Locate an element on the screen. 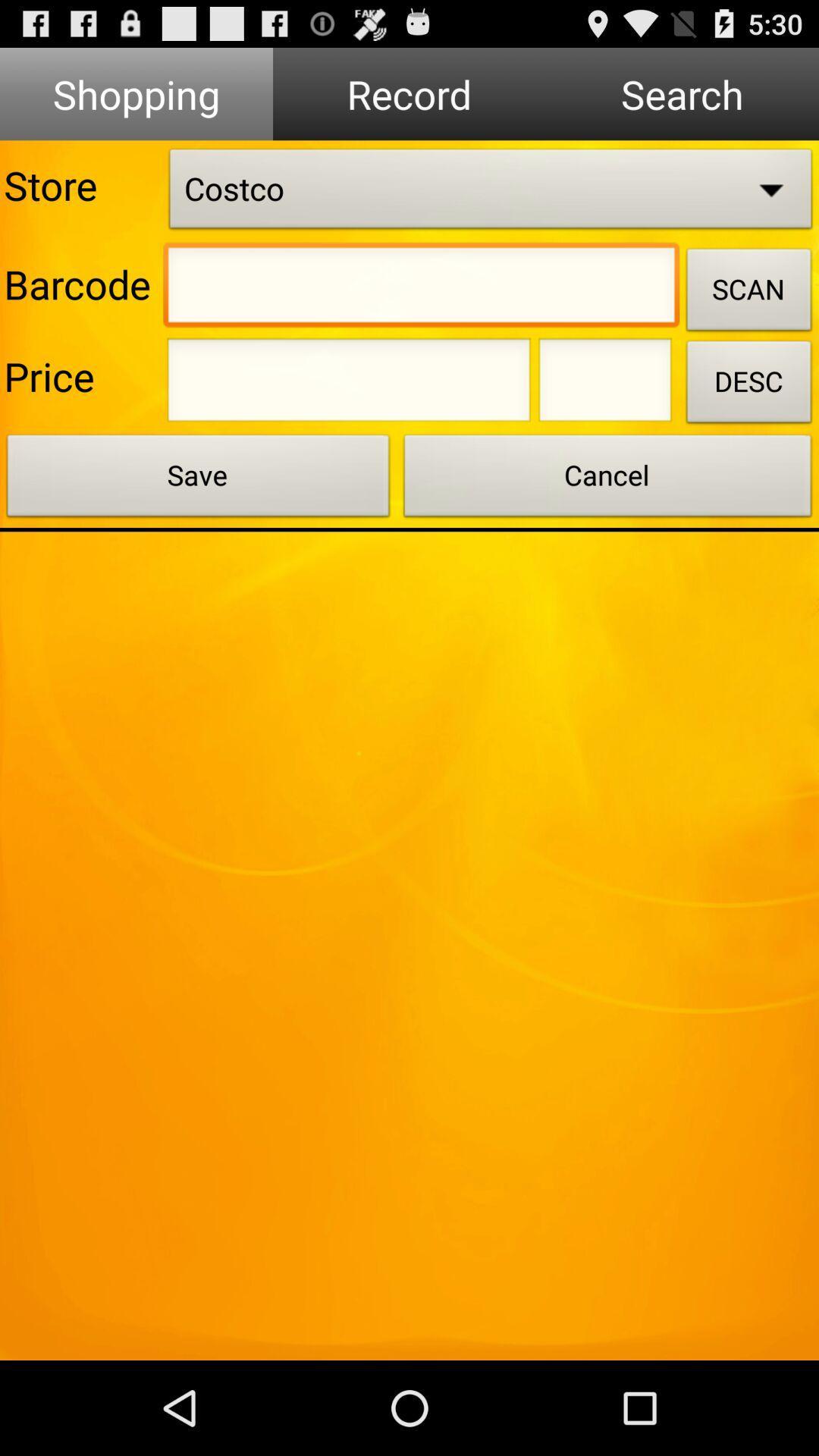 This screenshot has width=819, height=1456. field costco is located at coordinates (491, 192).